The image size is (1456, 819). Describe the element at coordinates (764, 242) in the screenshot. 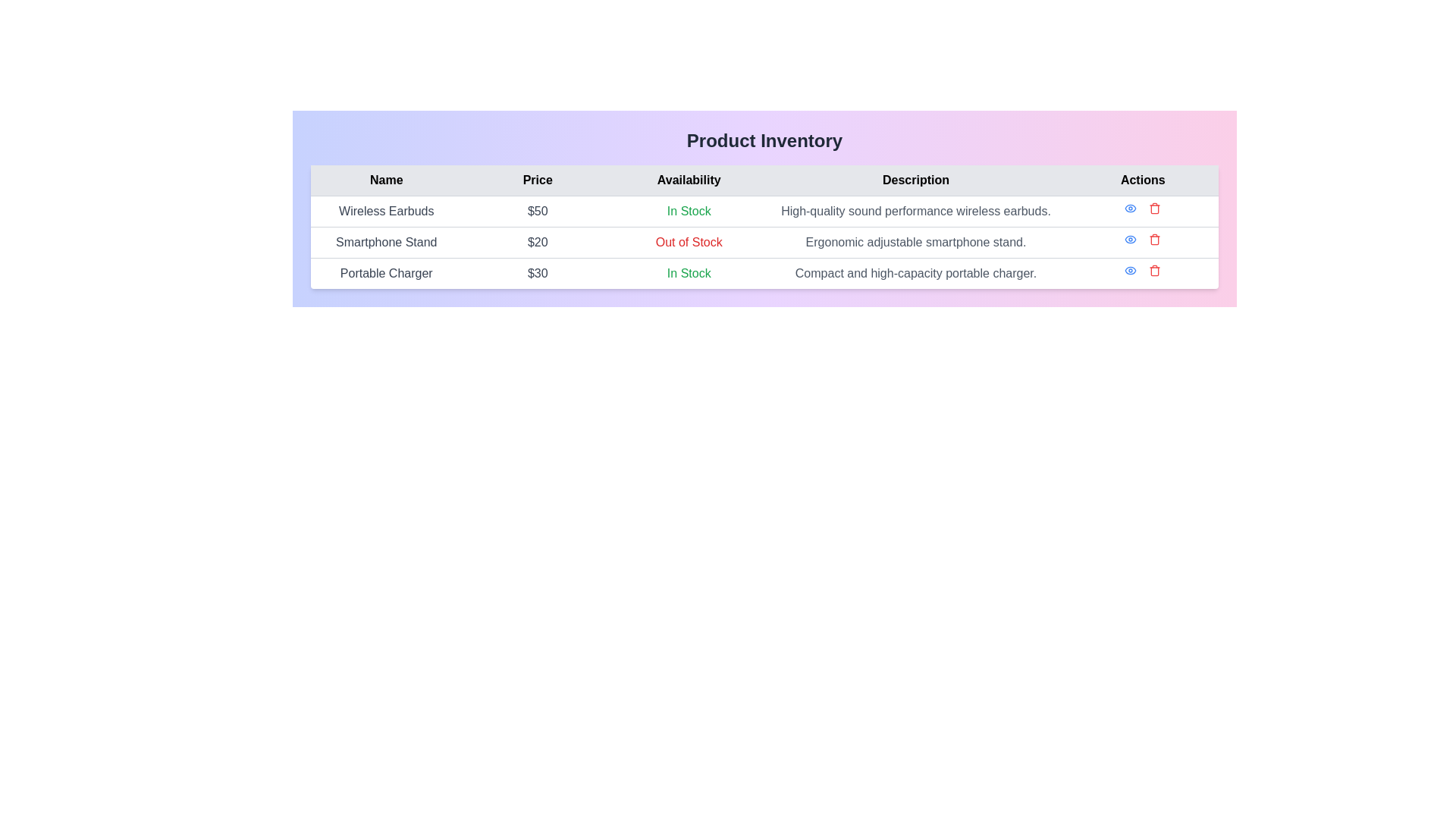

I see `availability status of the second row in the Product Inventory table, which contains detailed information about a specific product` at that location.